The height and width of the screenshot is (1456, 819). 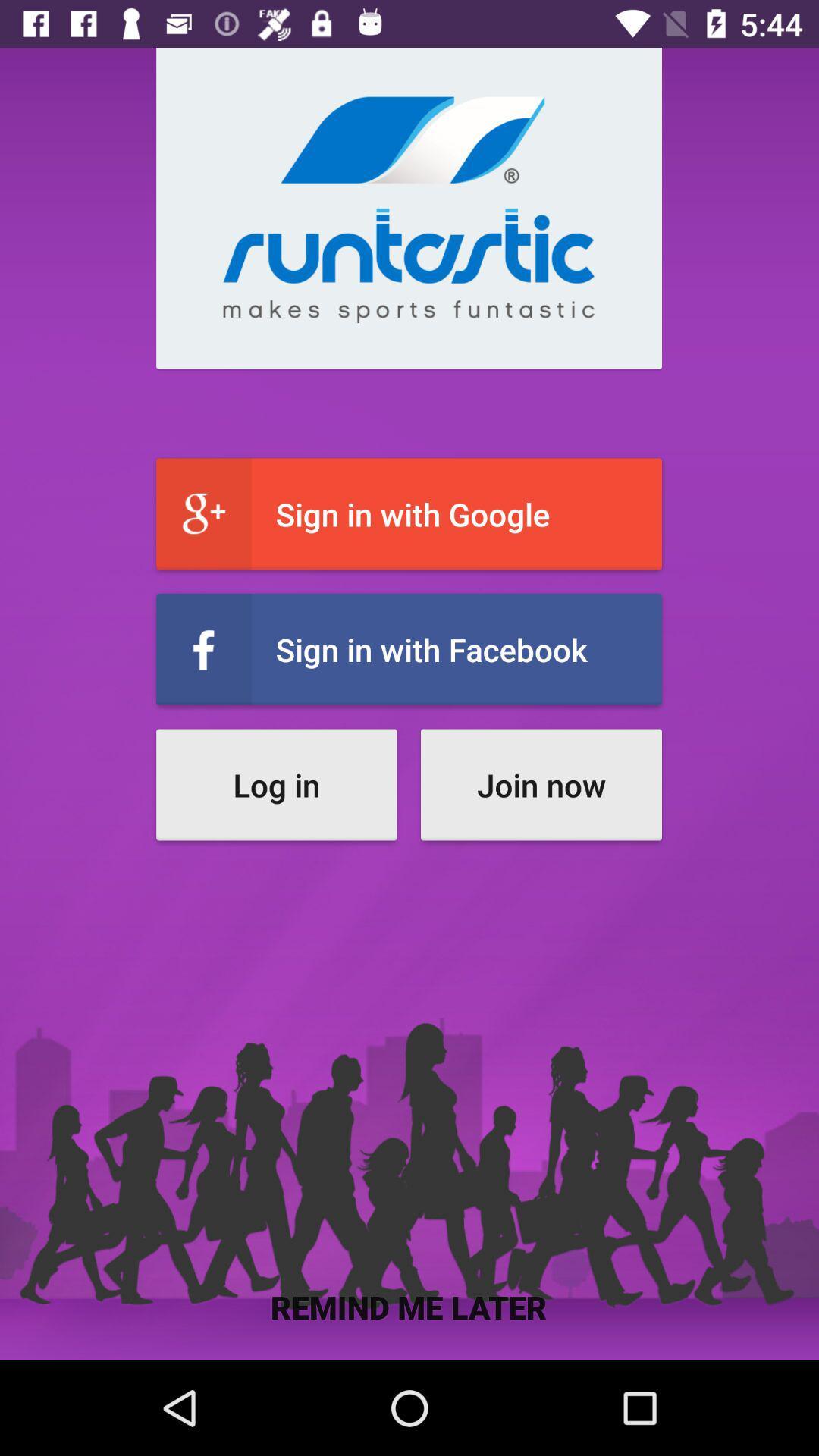 I want to click on remind me later button, so click(x=408, y=1306).